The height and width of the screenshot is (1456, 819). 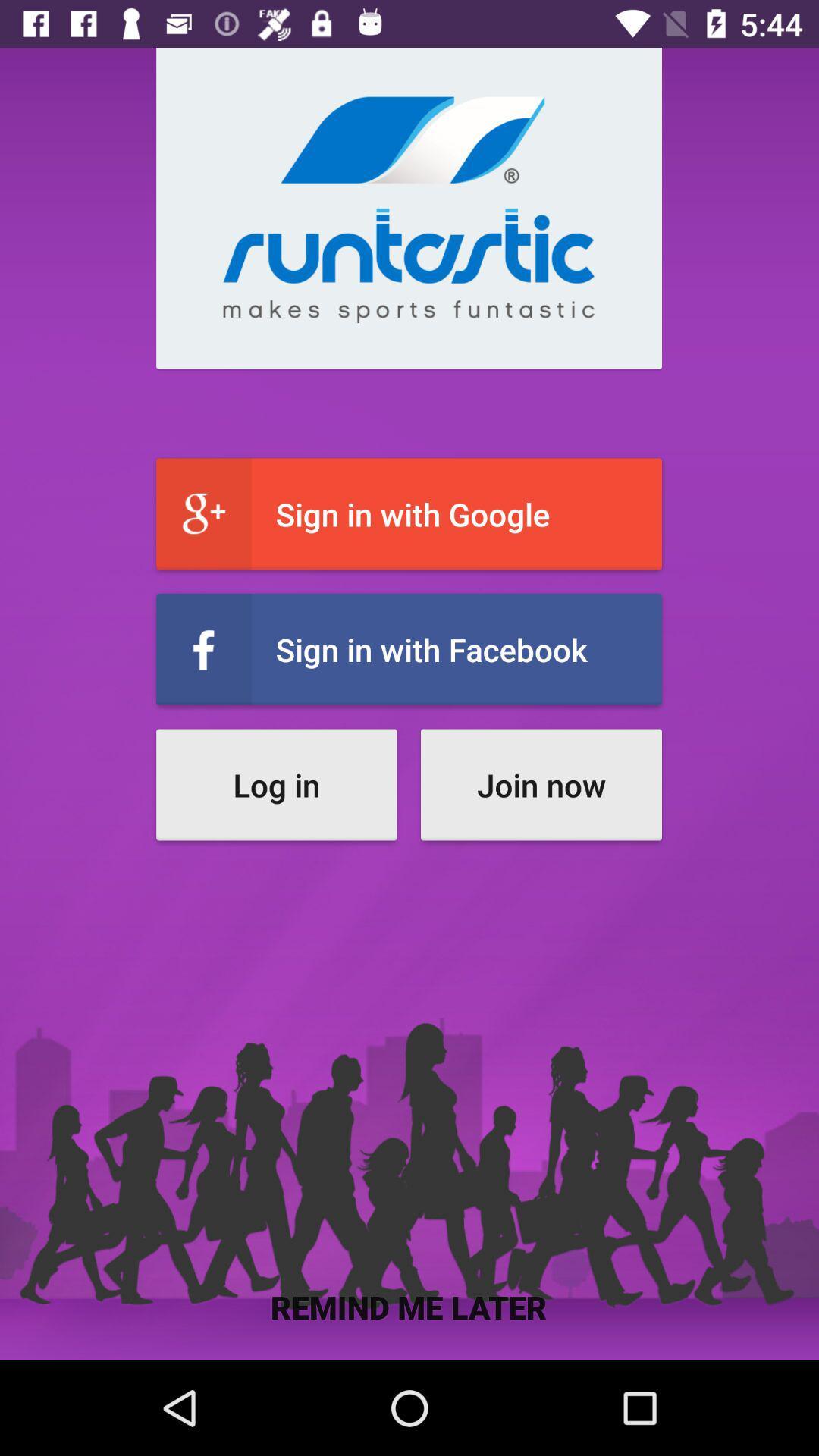 I want to click on remind me later button, so click(x=408, y=1306).